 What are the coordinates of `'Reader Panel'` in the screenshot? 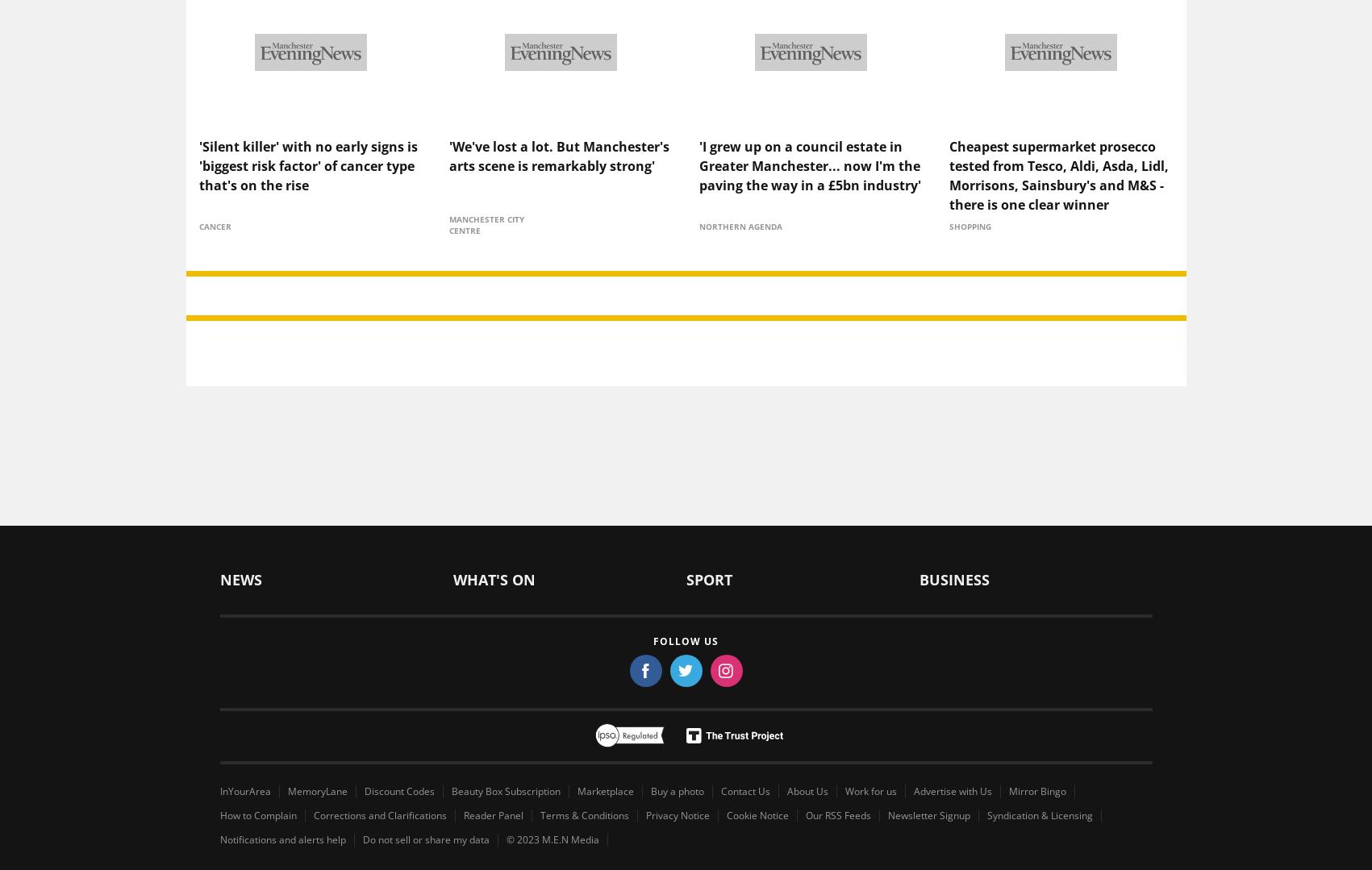 It's located at (491, 787).